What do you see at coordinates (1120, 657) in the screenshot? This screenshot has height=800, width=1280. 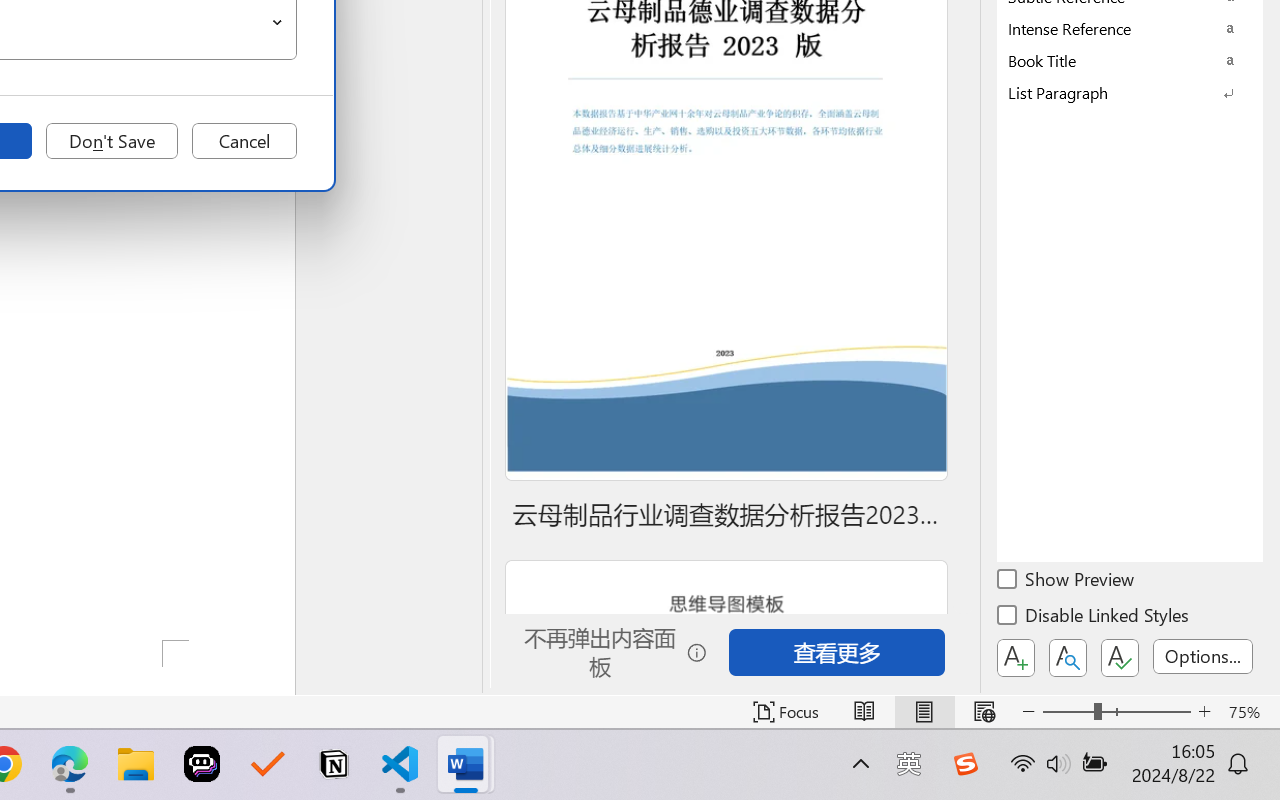 I see `'Class: NetUIButton'` at bounding box center [1120, 657].